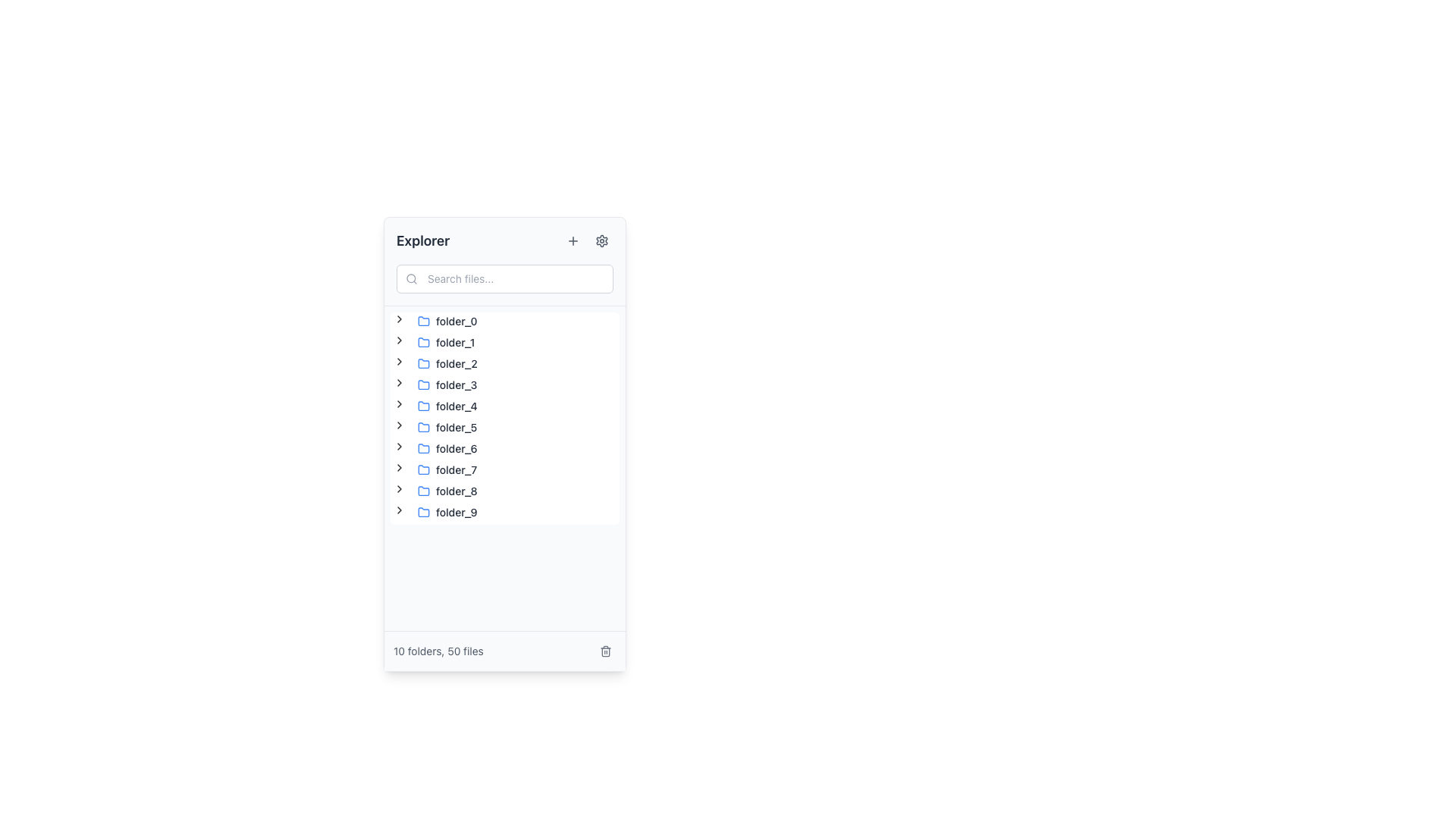  I want to click on label text displaying 'folder_7' located in the middle section of the navigation panel labeled 'Explorer', positioned next to a small blue folder icon, so click(456, 469).